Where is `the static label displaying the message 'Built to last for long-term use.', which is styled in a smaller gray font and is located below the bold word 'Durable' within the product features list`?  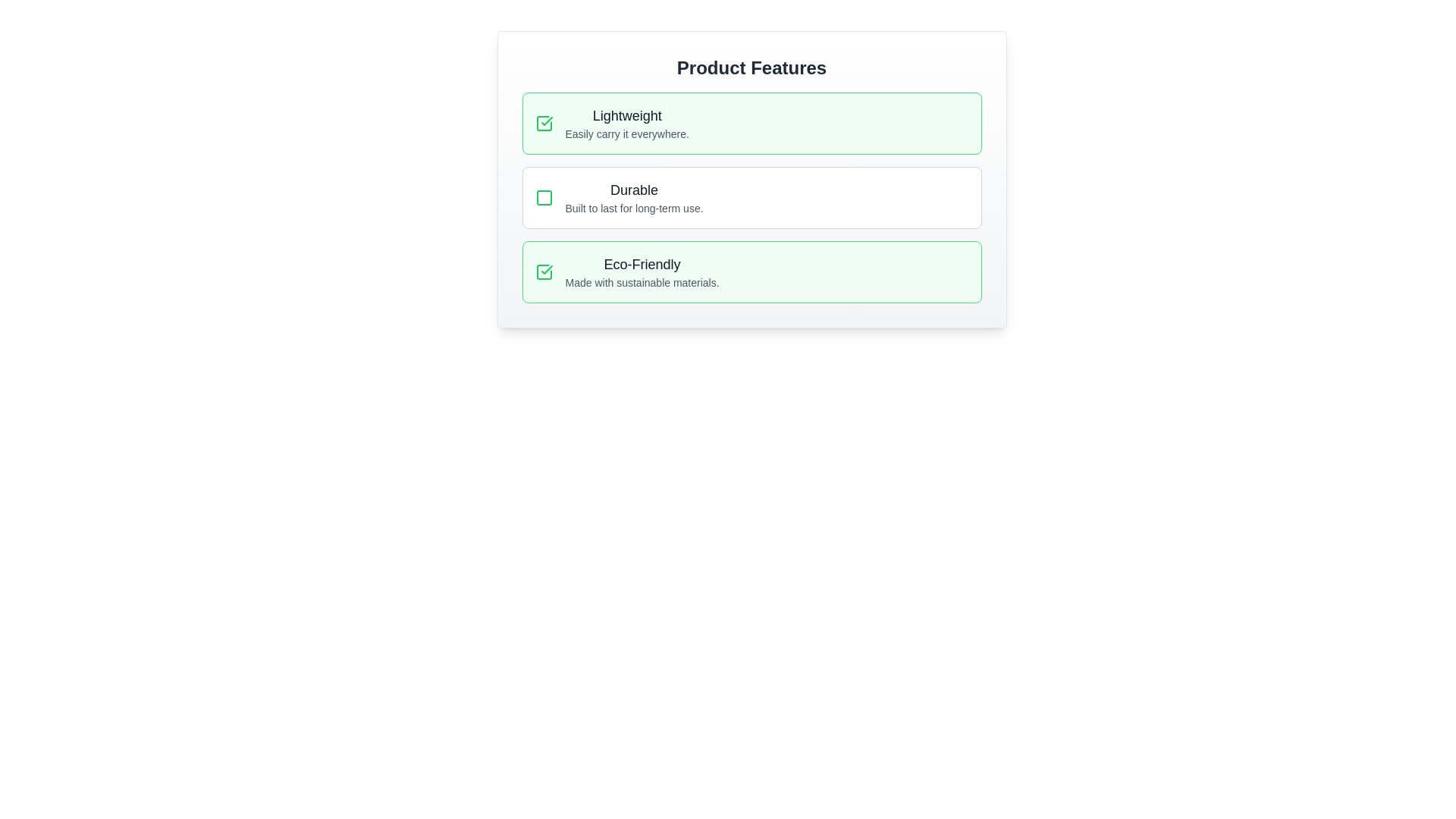 the static label displaying the message 'Built to last for long-term use.', which is styled in a smaller gray font and is located below the bold word 'Durable' within the product features list is located at coordinates (634, 208).